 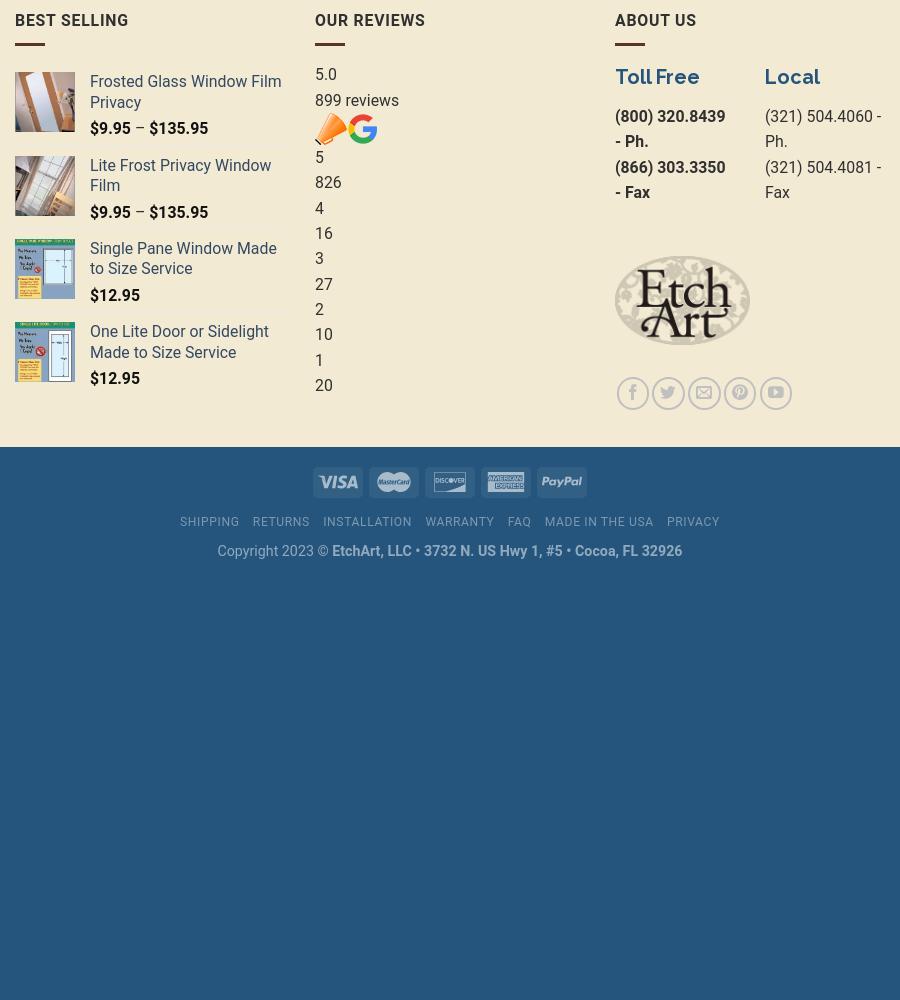 I want to click on '4', so click(x=317, y=206).